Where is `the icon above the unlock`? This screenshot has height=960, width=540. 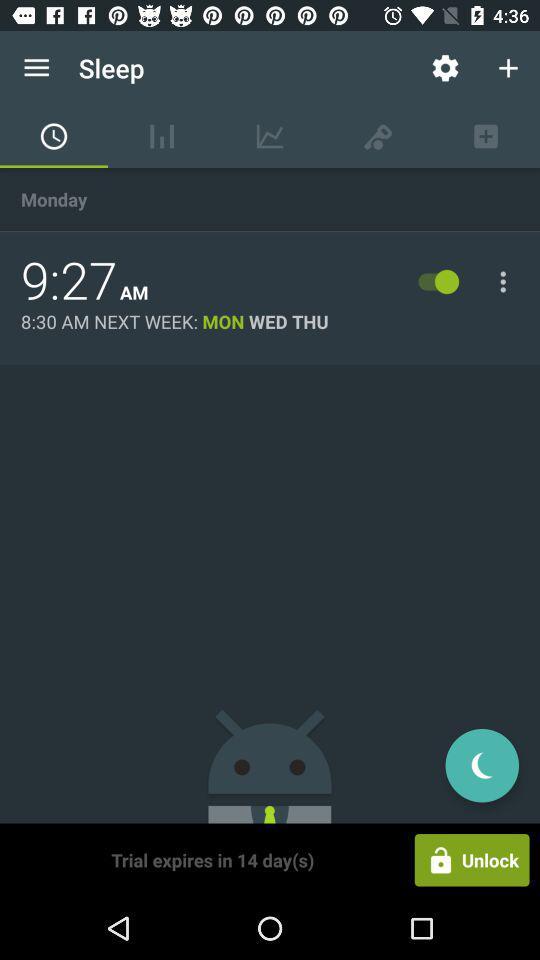 the icon above the unlock is located at coordinates (481, 764).